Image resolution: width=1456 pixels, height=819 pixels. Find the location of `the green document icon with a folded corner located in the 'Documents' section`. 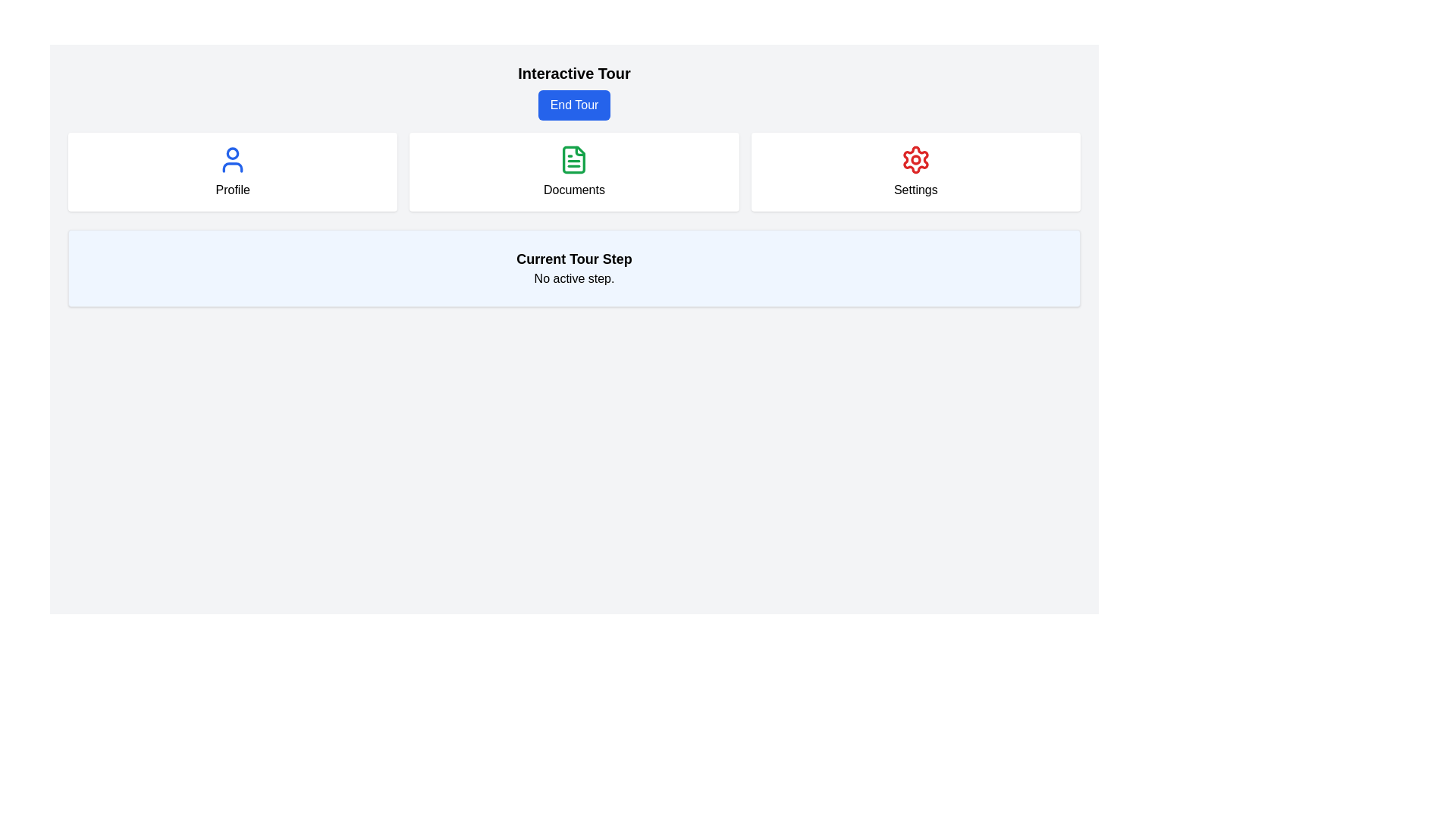

the green document icon with a folded corner located in the 'Documents' section is located at coordinates (573, 160).